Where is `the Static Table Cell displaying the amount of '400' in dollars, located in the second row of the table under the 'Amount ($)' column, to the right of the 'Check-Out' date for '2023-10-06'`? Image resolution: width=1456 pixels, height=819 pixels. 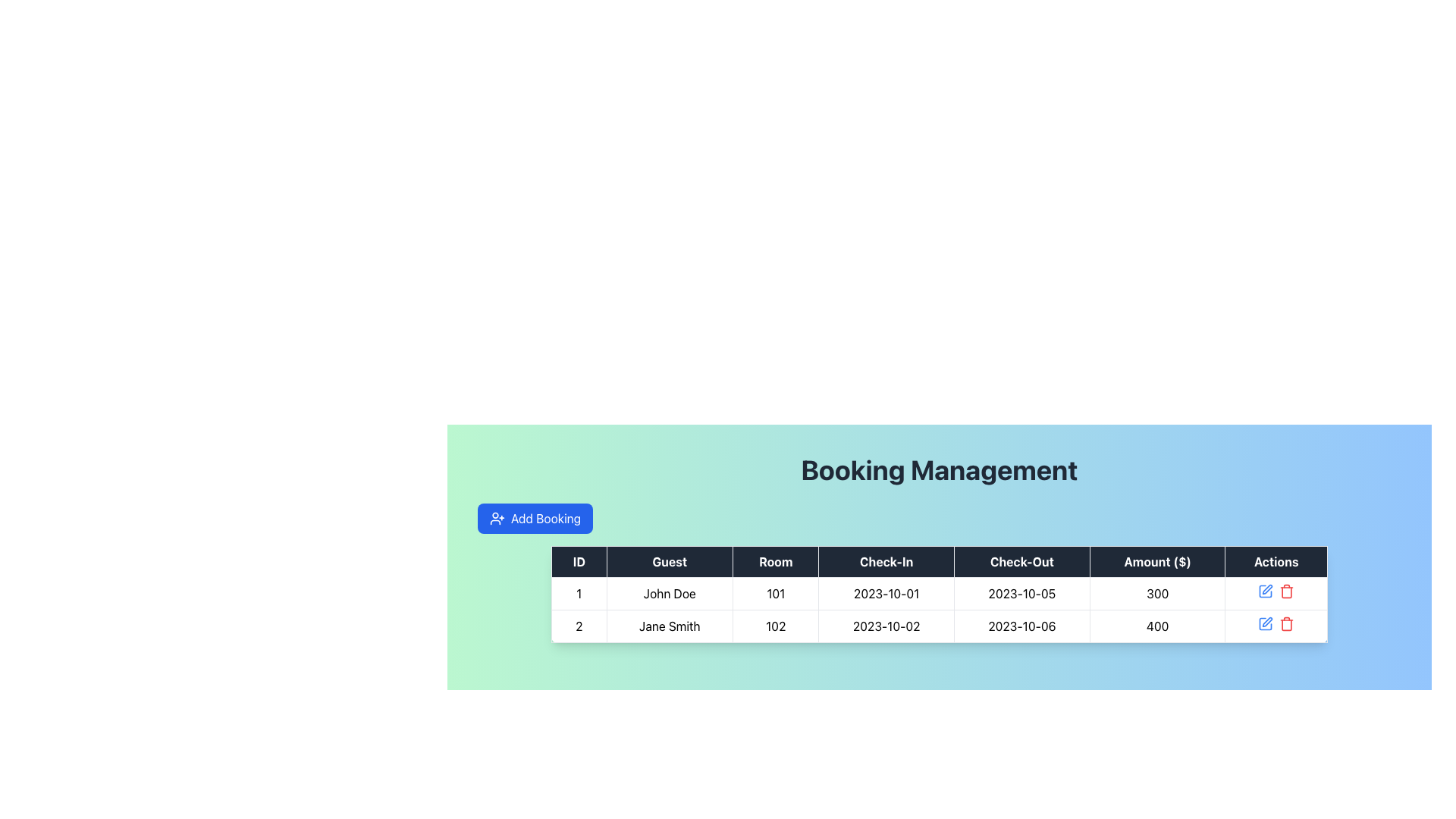
the Static Table Cell displaying the amount of '400' in dollars, located in the second row of the table under the 'Amount ($)' column, to the right of the 'Check-Out' date for '2023-10-06' is located at coordinates (1156, 626).